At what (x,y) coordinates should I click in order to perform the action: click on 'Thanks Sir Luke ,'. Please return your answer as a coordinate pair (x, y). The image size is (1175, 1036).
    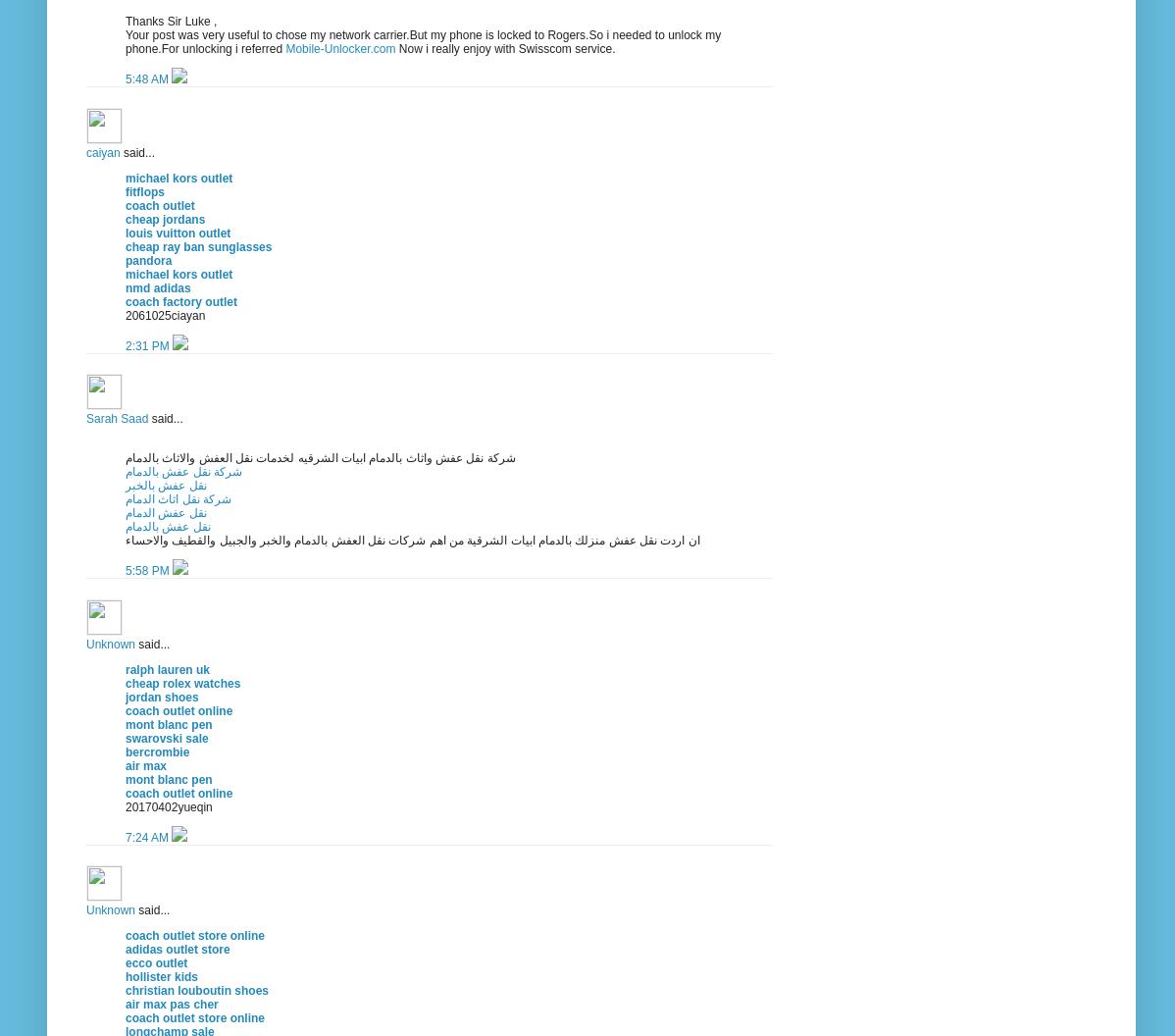
    Looking at the image, I should click on (124, 21).